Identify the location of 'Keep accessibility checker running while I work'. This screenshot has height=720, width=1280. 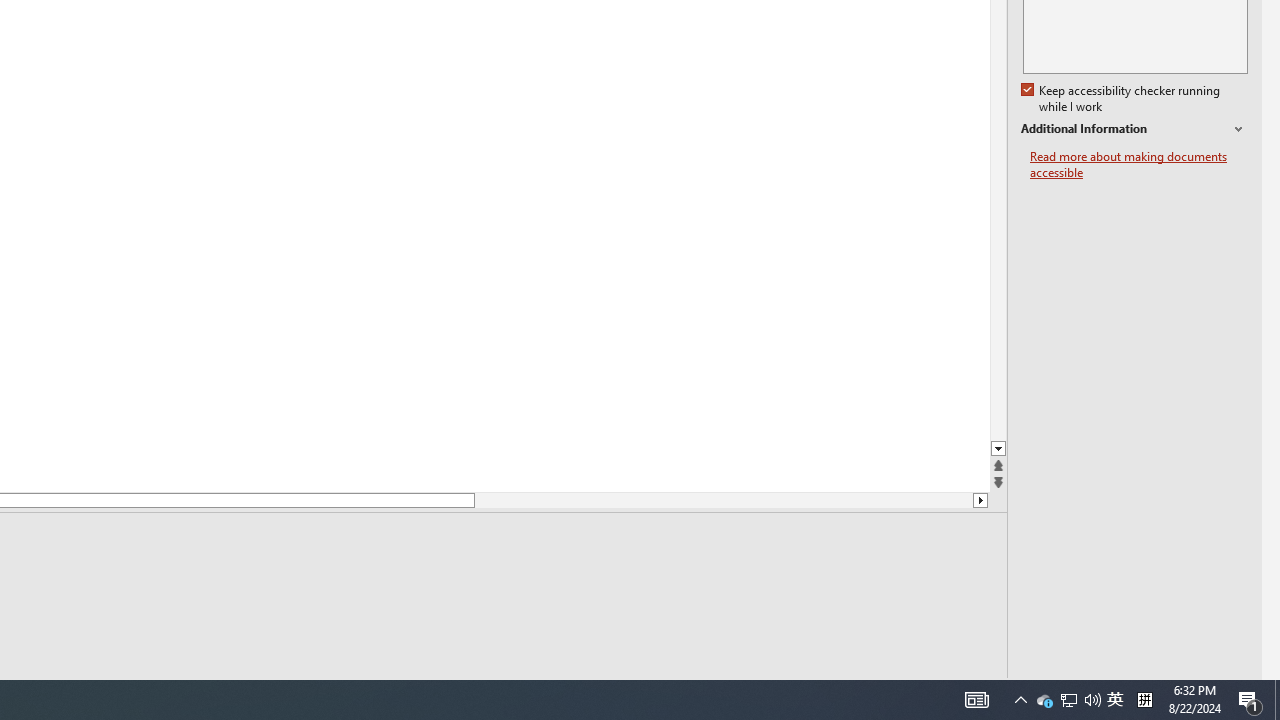
(1122, 99).